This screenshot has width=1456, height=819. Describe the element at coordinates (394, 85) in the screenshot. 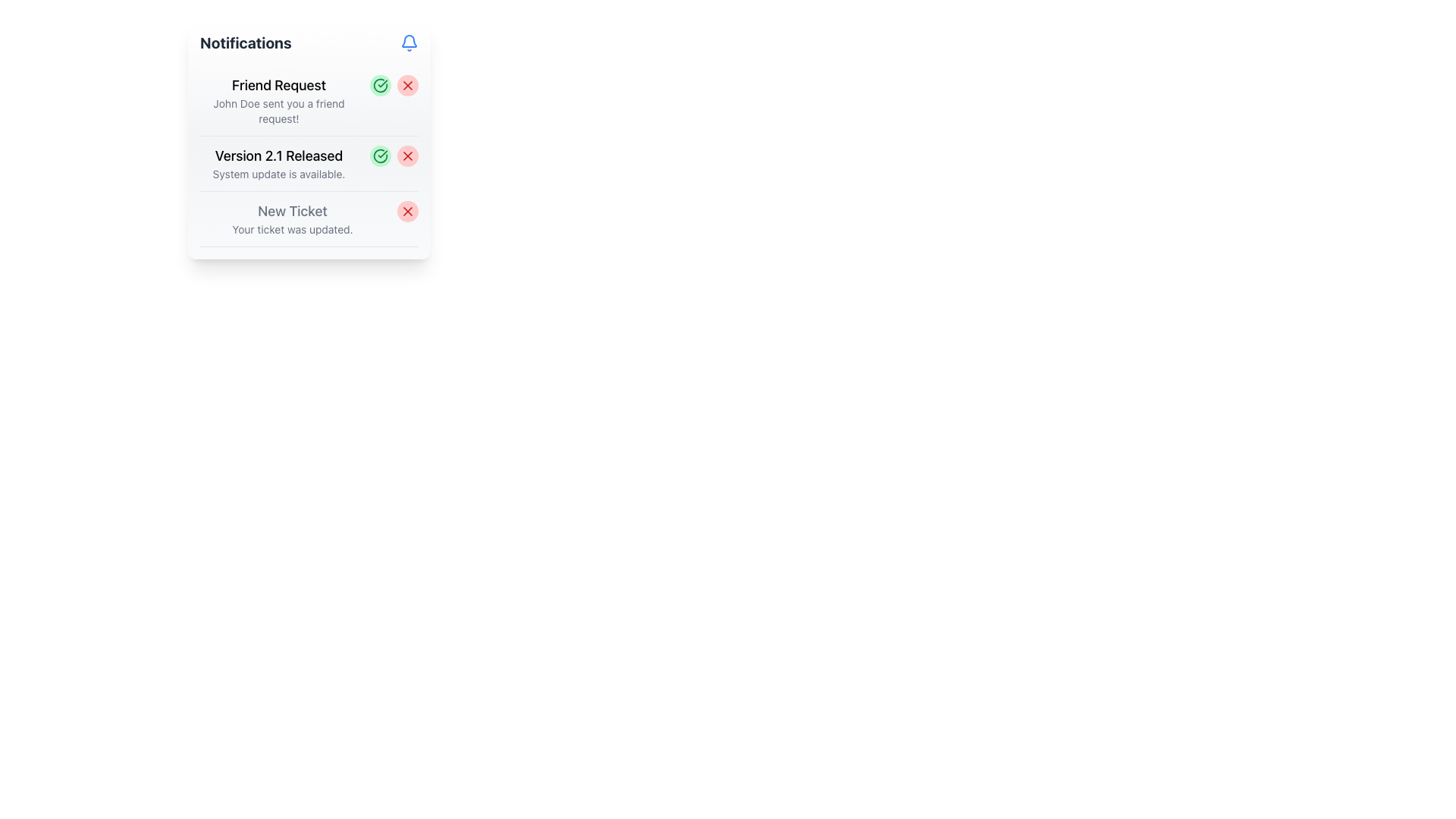

I see `the green button with a checkmark icon to accept the friend request, which is located to the right of the 'Friend Request' text in the notifications list` at that location.